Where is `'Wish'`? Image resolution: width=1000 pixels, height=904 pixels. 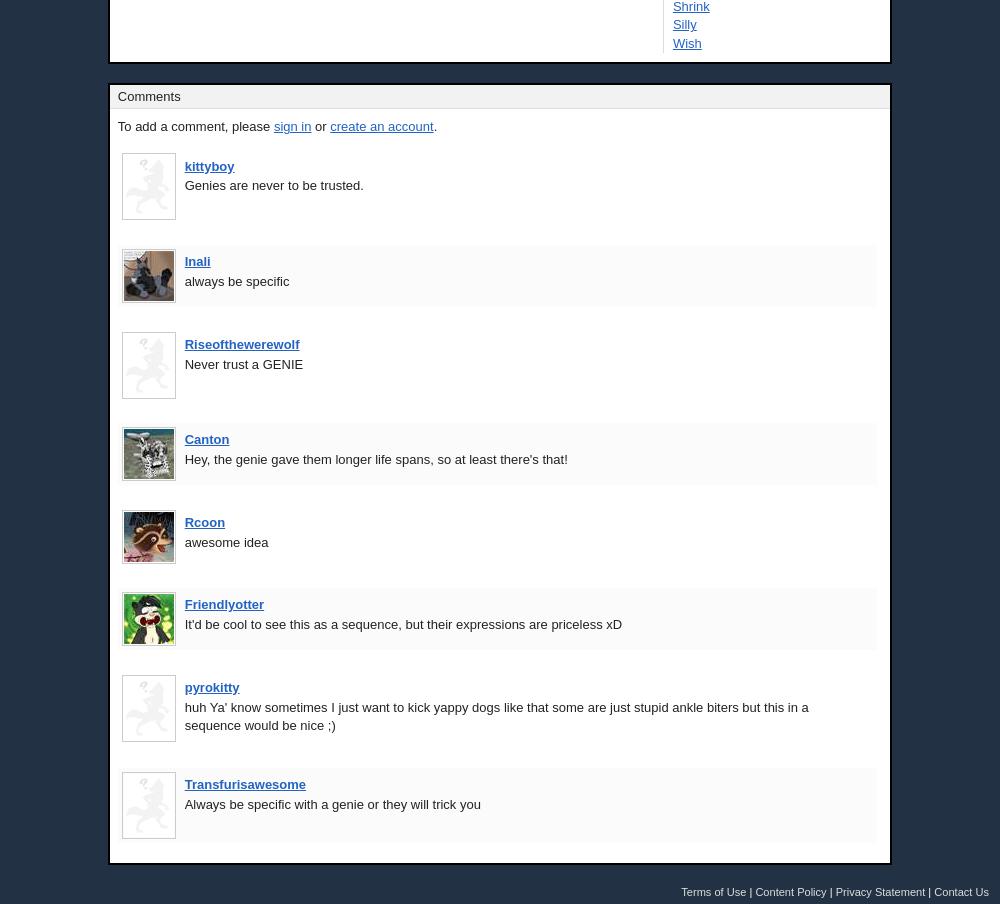 'Wish' is located at coordinates (686, 41).